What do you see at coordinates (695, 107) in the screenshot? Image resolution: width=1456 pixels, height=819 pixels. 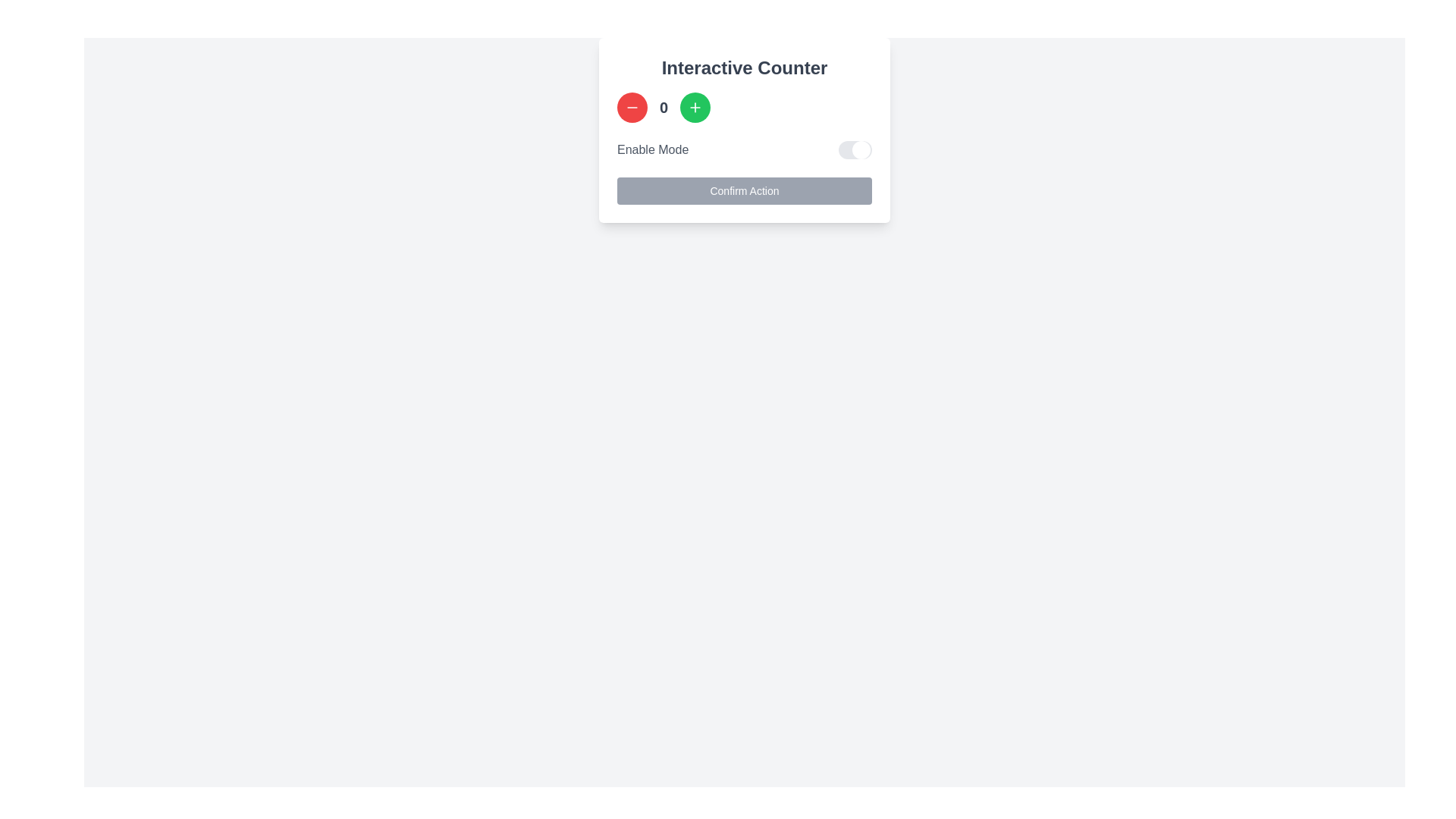 I see `the icon that indicates an action to increment a counter, centered within a green circular button` at bounding box center [695, 107].